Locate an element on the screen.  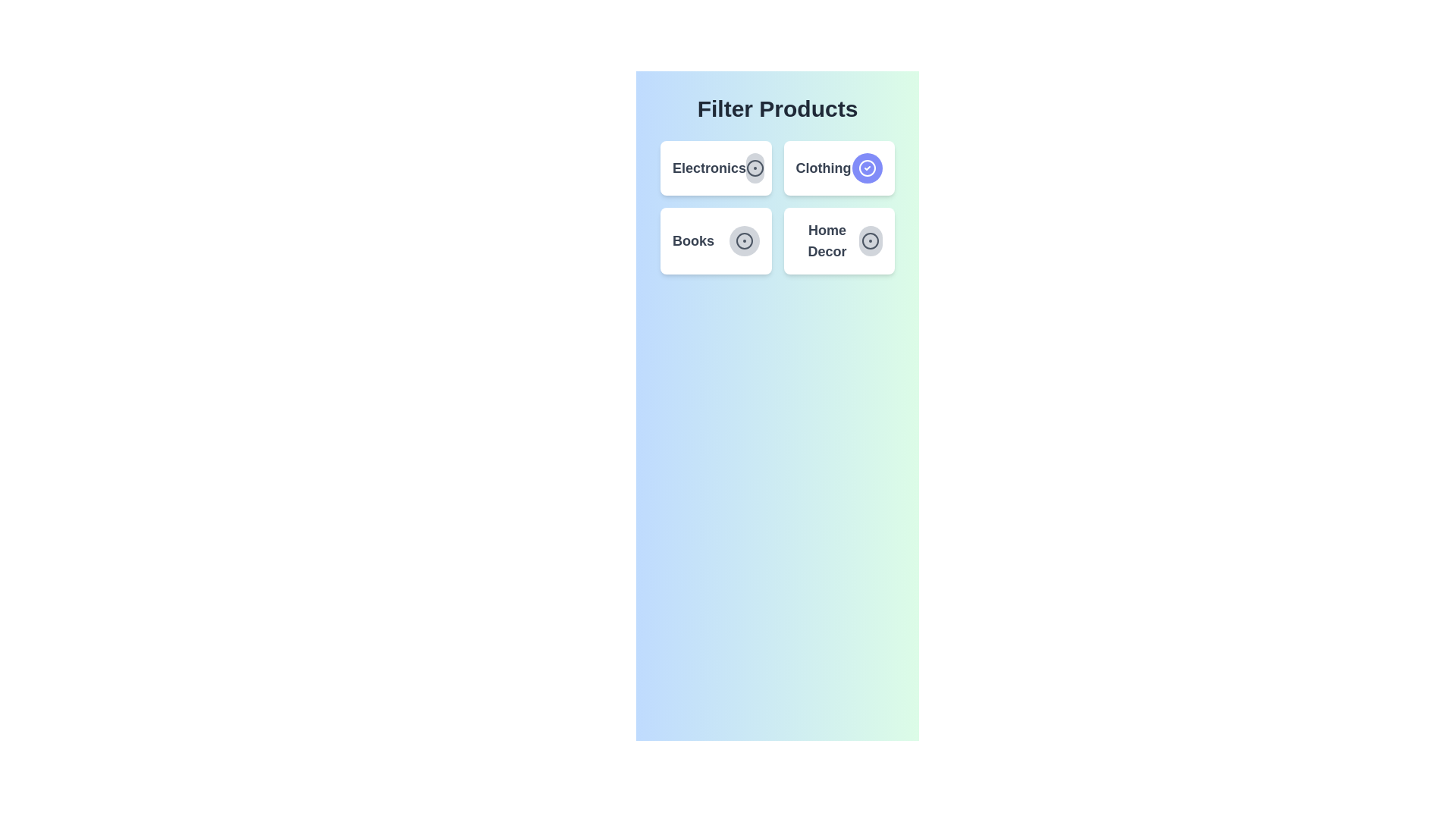
the category Electronics is located at coordinates (755, 168).